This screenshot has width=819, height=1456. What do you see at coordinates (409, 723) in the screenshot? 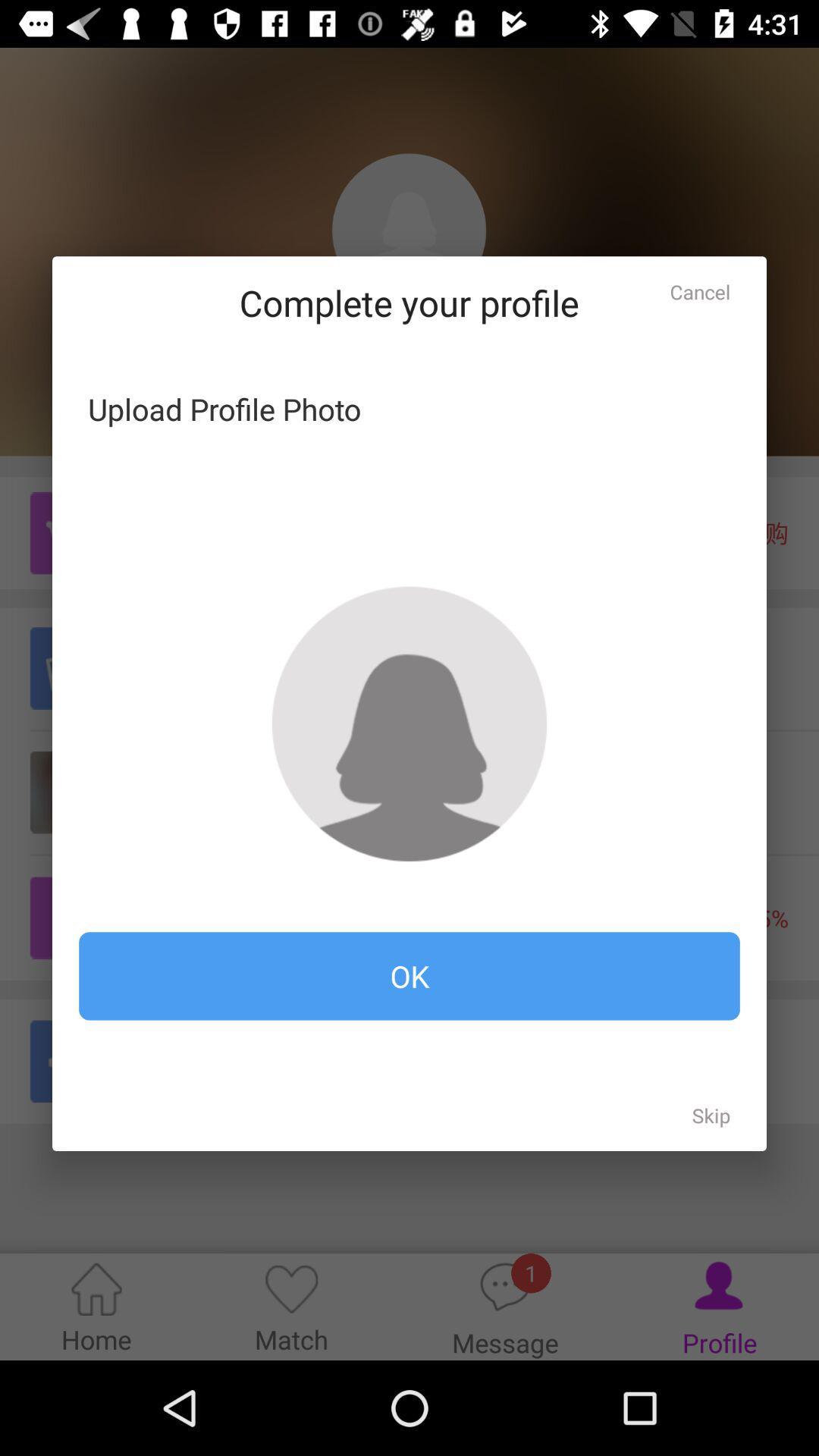
I see `upload profile picture` at bounding box center [409, 723].